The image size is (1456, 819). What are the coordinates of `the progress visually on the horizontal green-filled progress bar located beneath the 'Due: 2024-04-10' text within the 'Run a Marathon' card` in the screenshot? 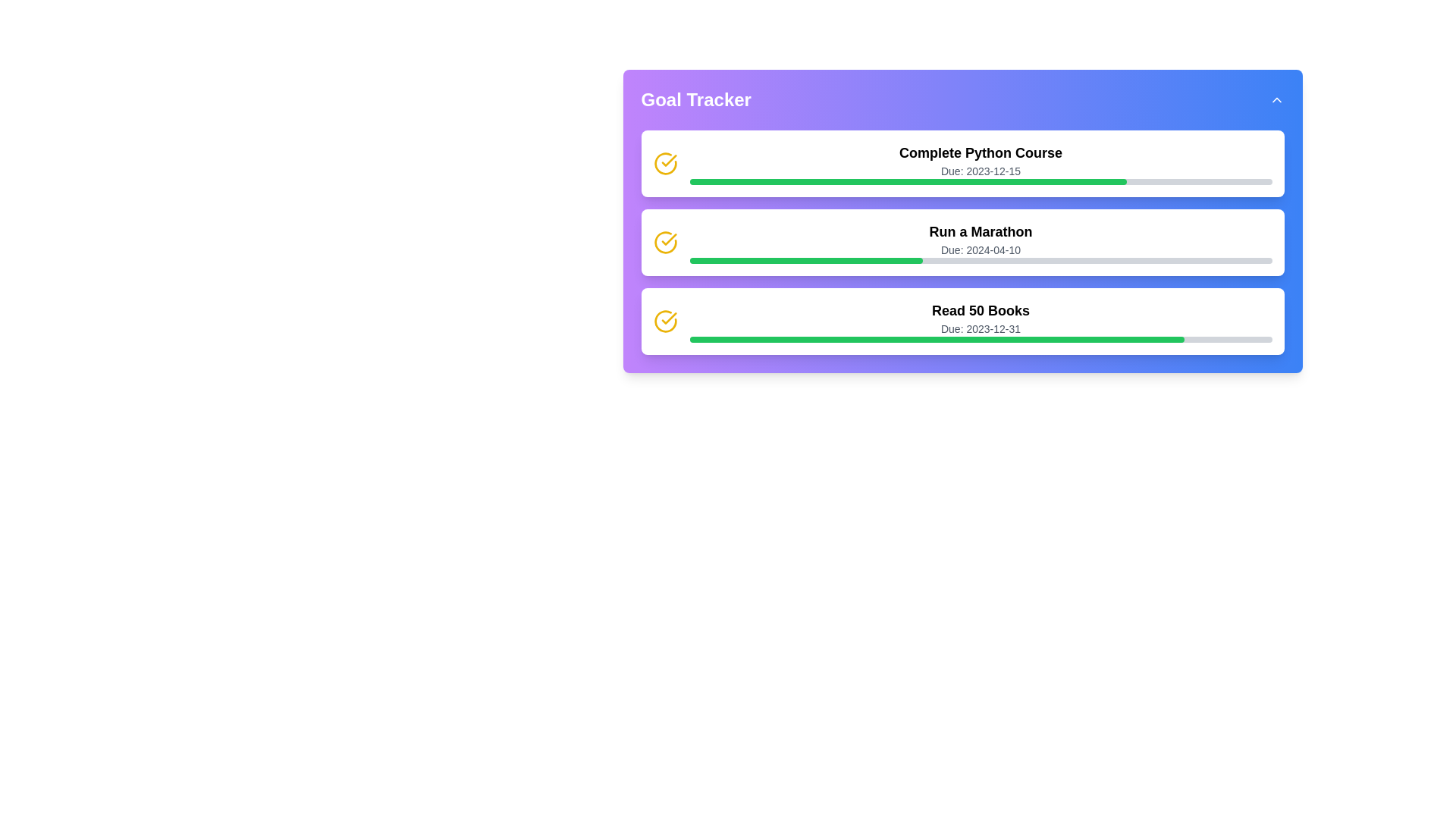 It's located at (981, 259).